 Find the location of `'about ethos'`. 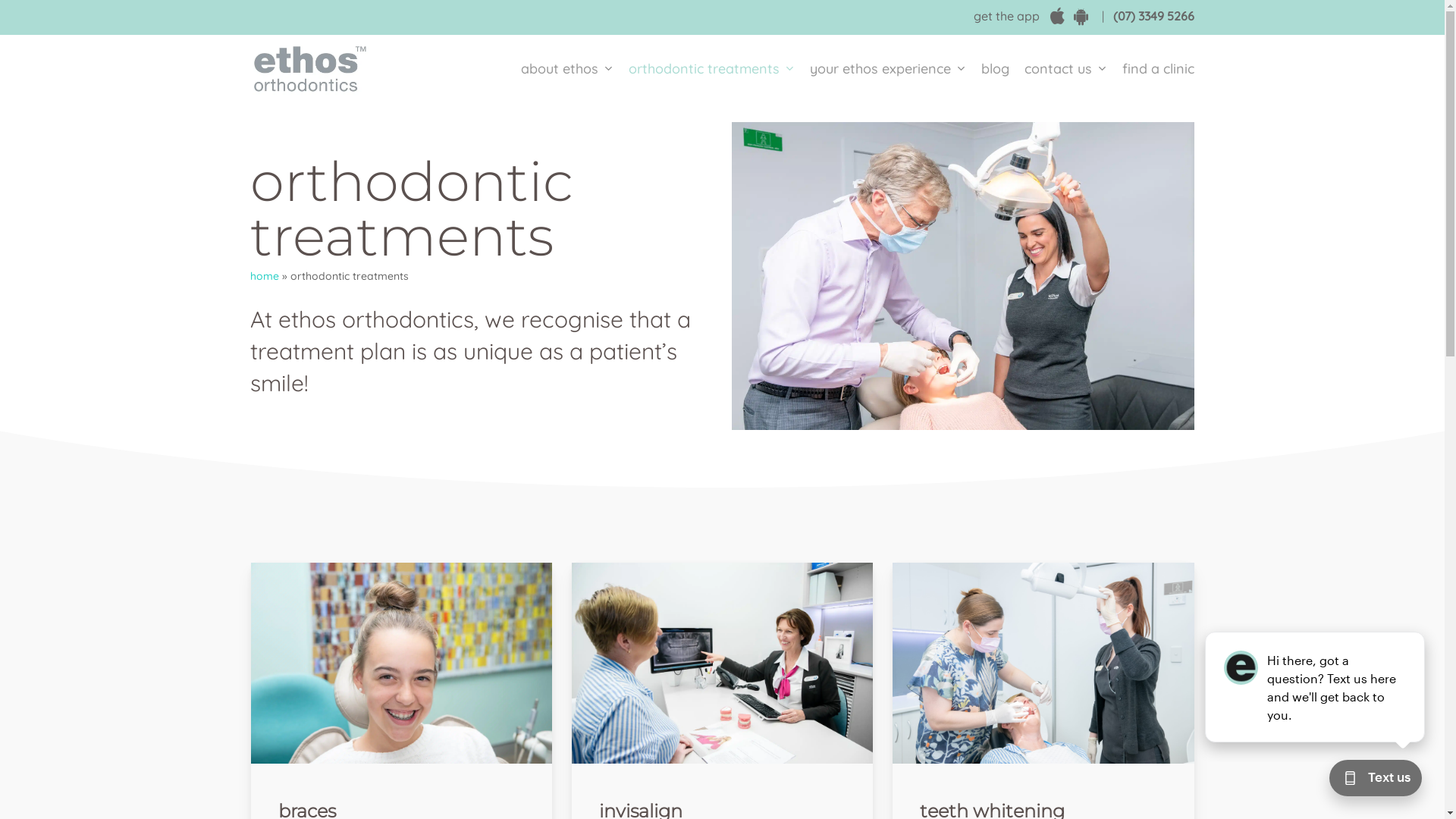

'about ethos' is located at coordinates (566, 69).